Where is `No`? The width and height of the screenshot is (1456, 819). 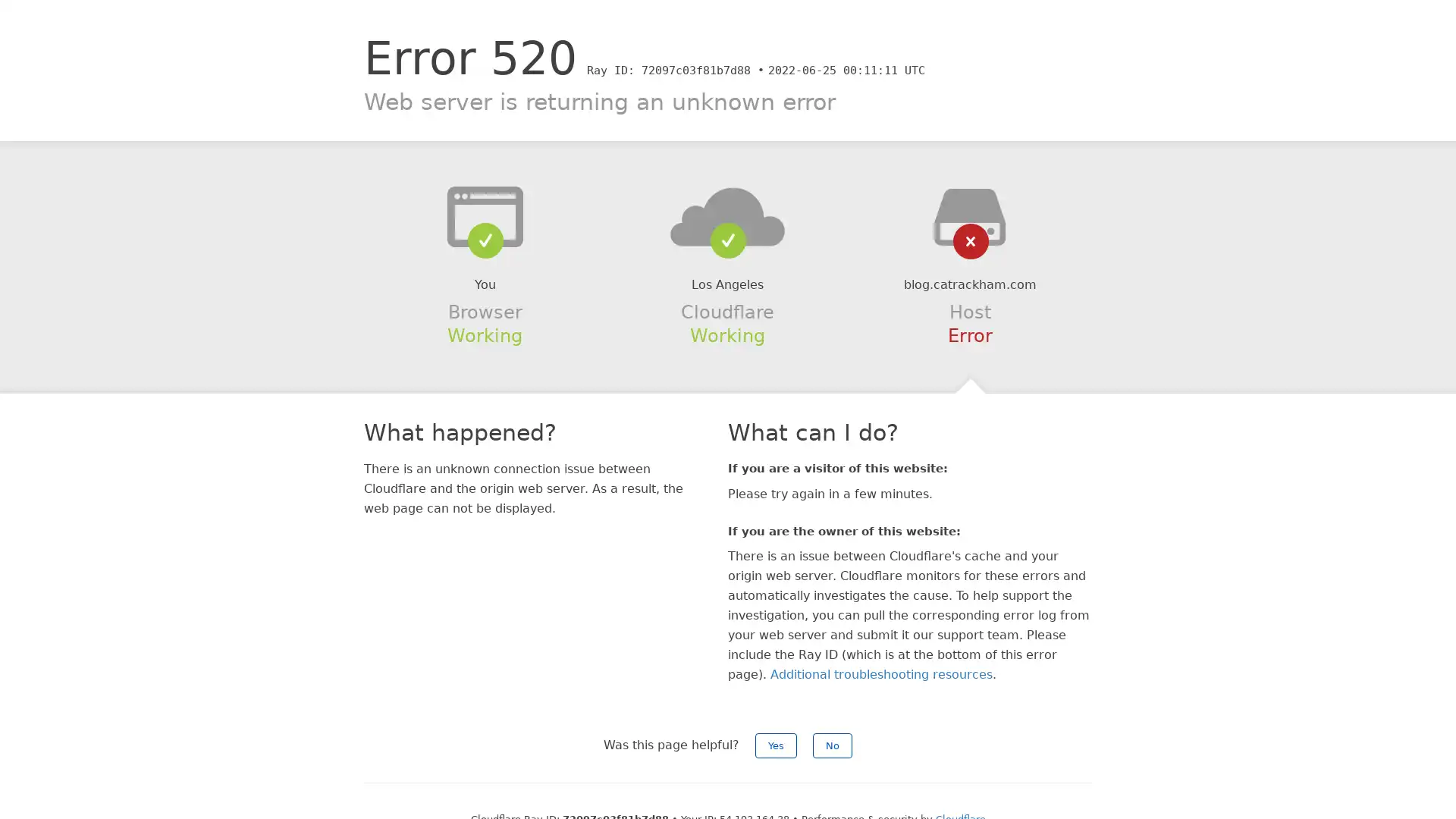
No is located at coordinates (832, 745).